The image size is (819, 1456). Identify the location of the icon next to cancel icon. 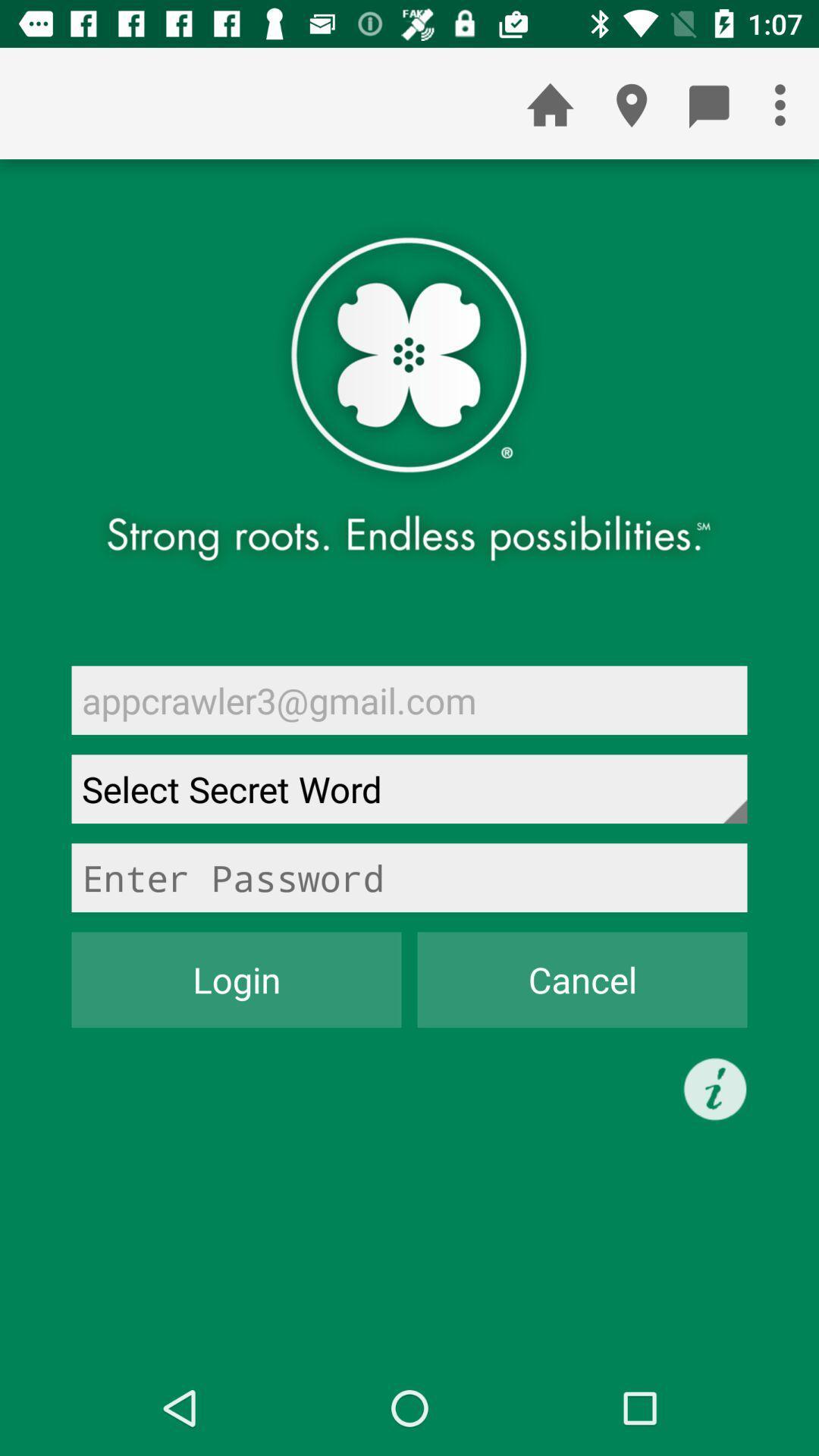
(237, 980).